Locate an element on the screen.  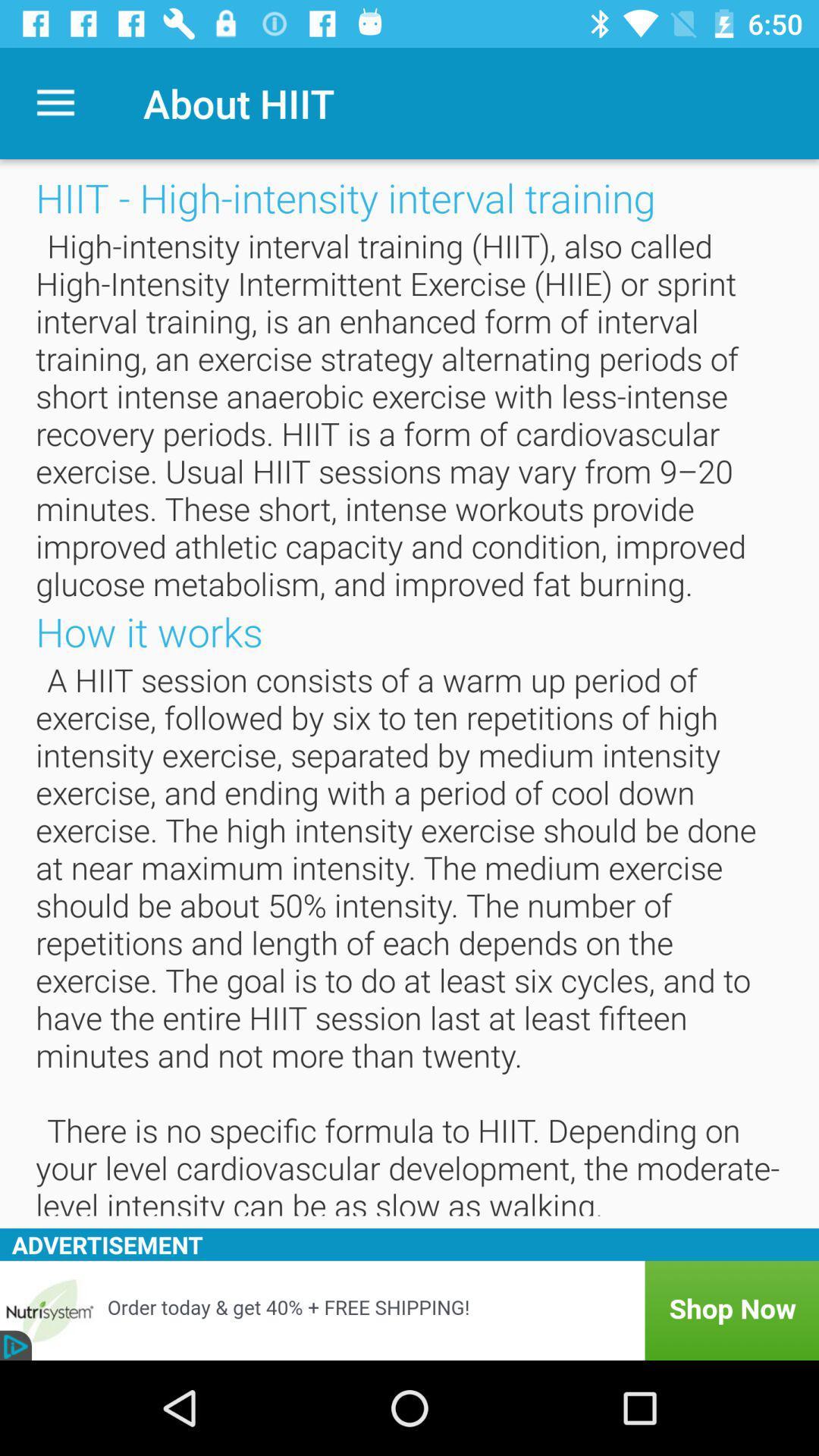
icon below the advertisement is located at coordinates (409, 1310).